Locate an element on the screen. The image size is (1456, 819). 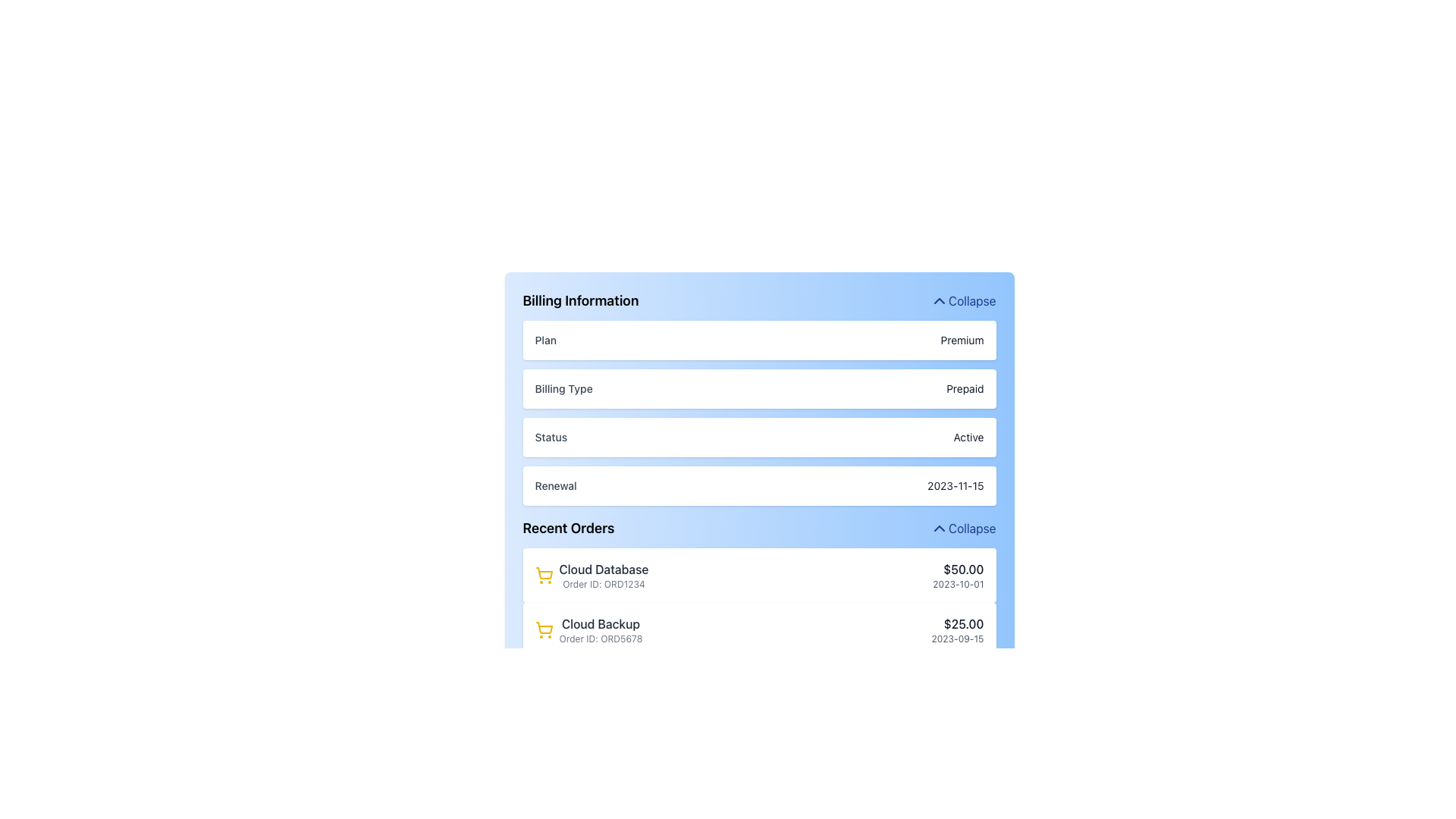
the title text displaying 'Billing Information' in bold font style, located in the upper left of a light blue section, above the 'Collapse' text and an upward arrow icon is located at coordinates (579, 301).